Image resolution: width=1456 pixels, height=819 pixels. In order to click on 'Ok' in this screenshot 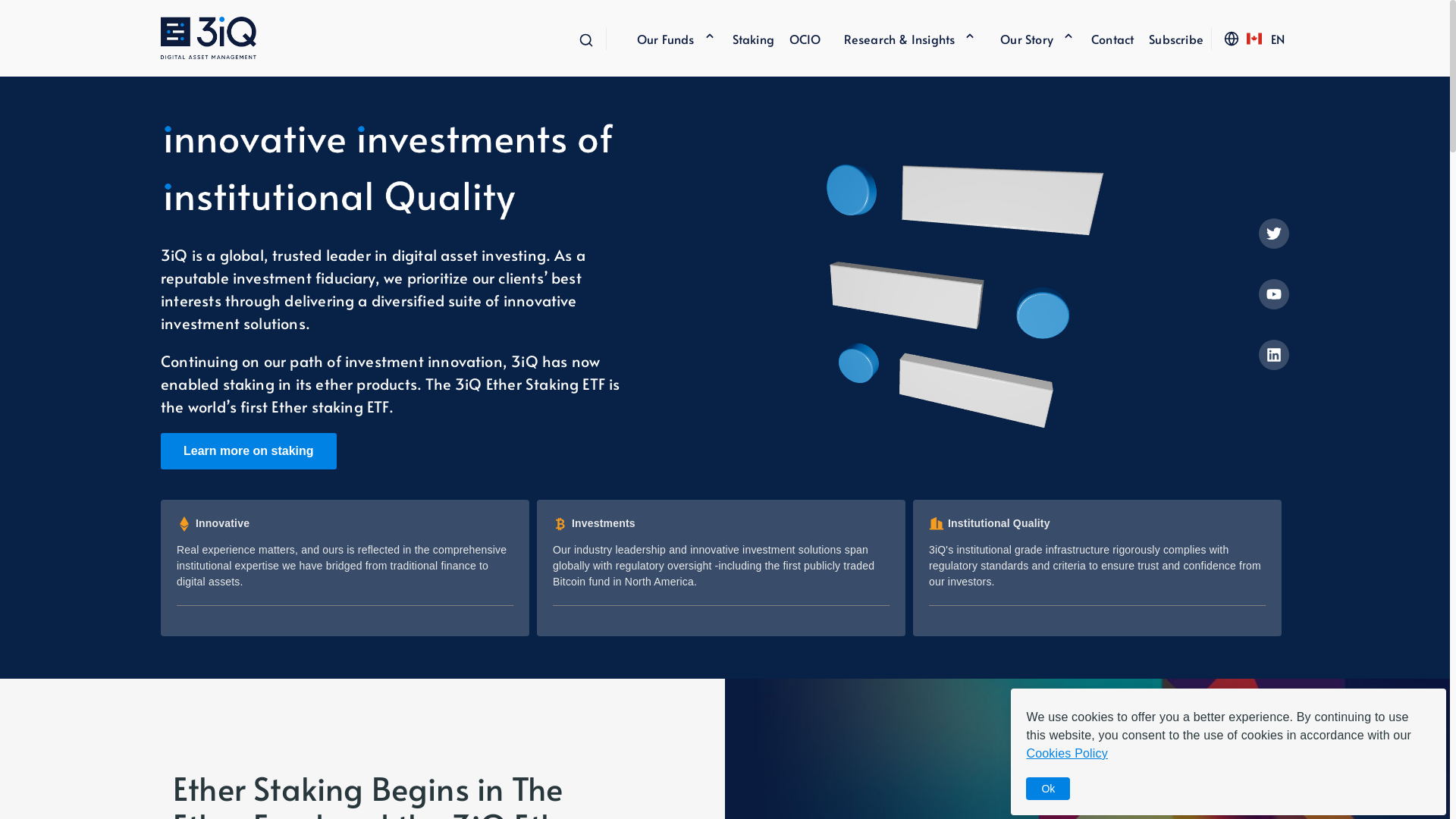, I will do `click(1047, 788)`.